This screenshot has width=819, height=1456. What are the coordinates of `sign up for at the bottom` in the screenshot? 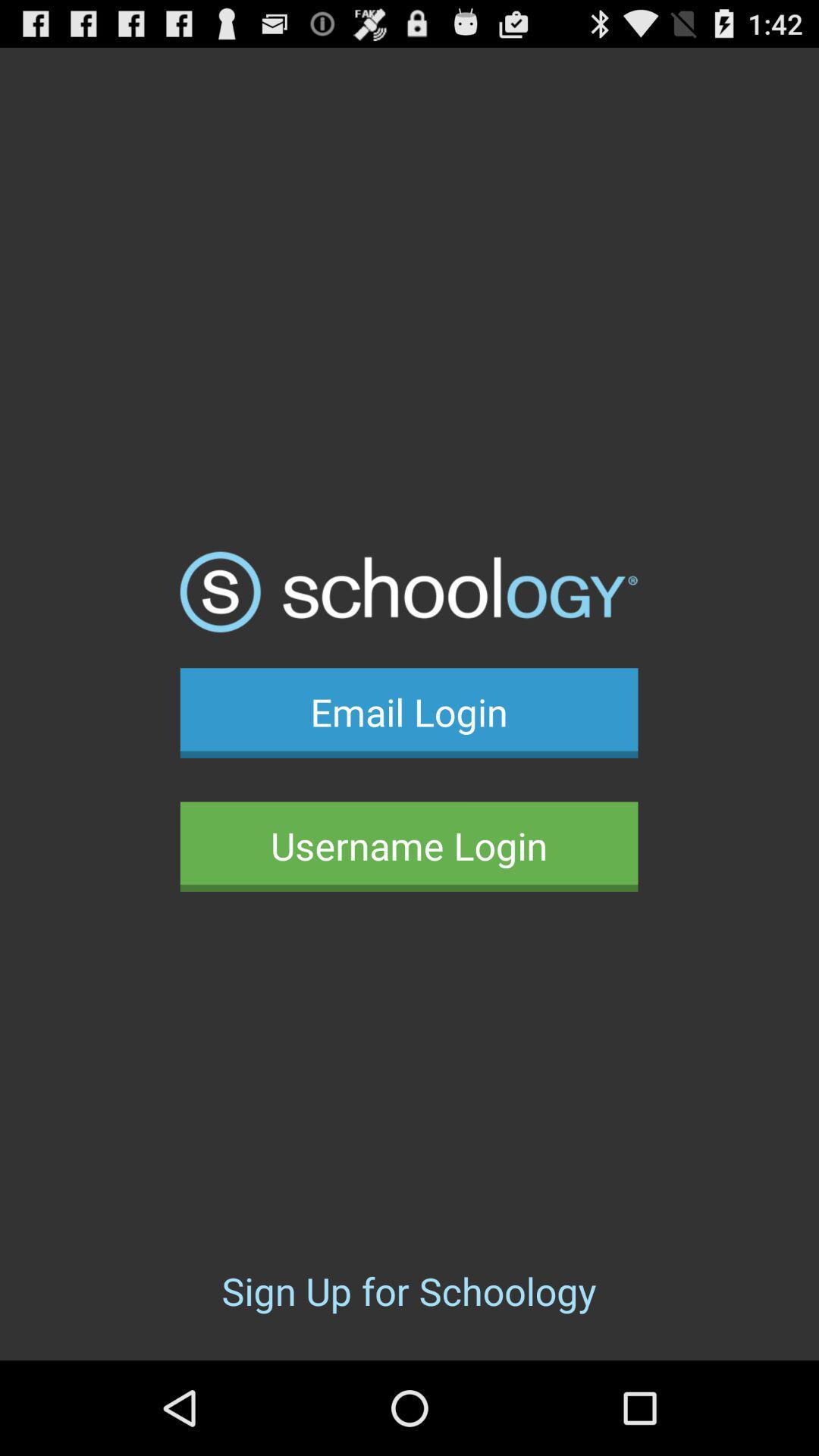 It's located at (408, 1290).